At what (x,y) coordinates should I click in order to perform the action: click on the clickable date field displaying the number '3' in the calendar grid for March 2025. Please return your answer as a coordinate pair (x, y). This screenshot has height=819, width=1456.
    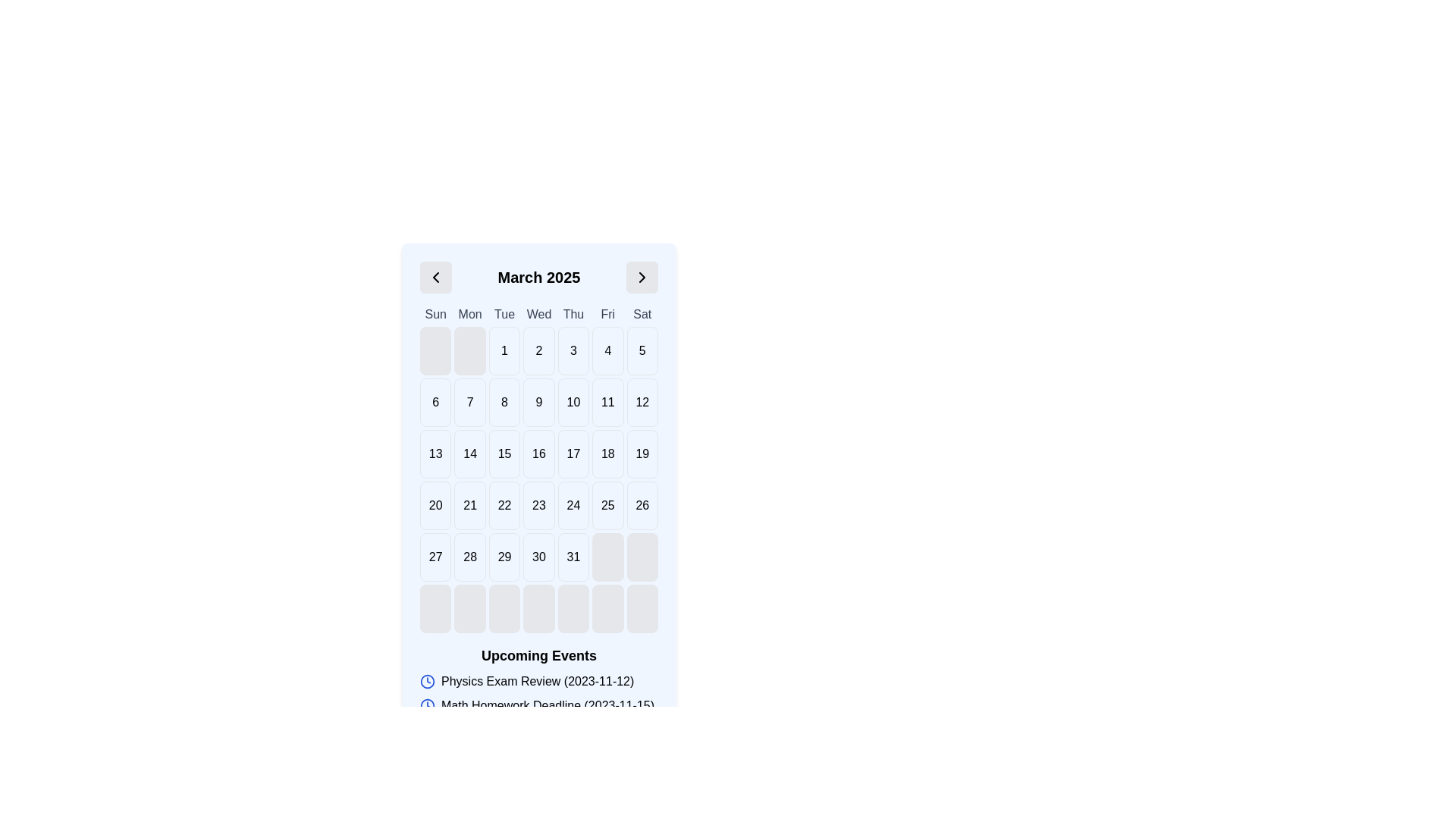
    Looking at the image, I should click on (573, 350).